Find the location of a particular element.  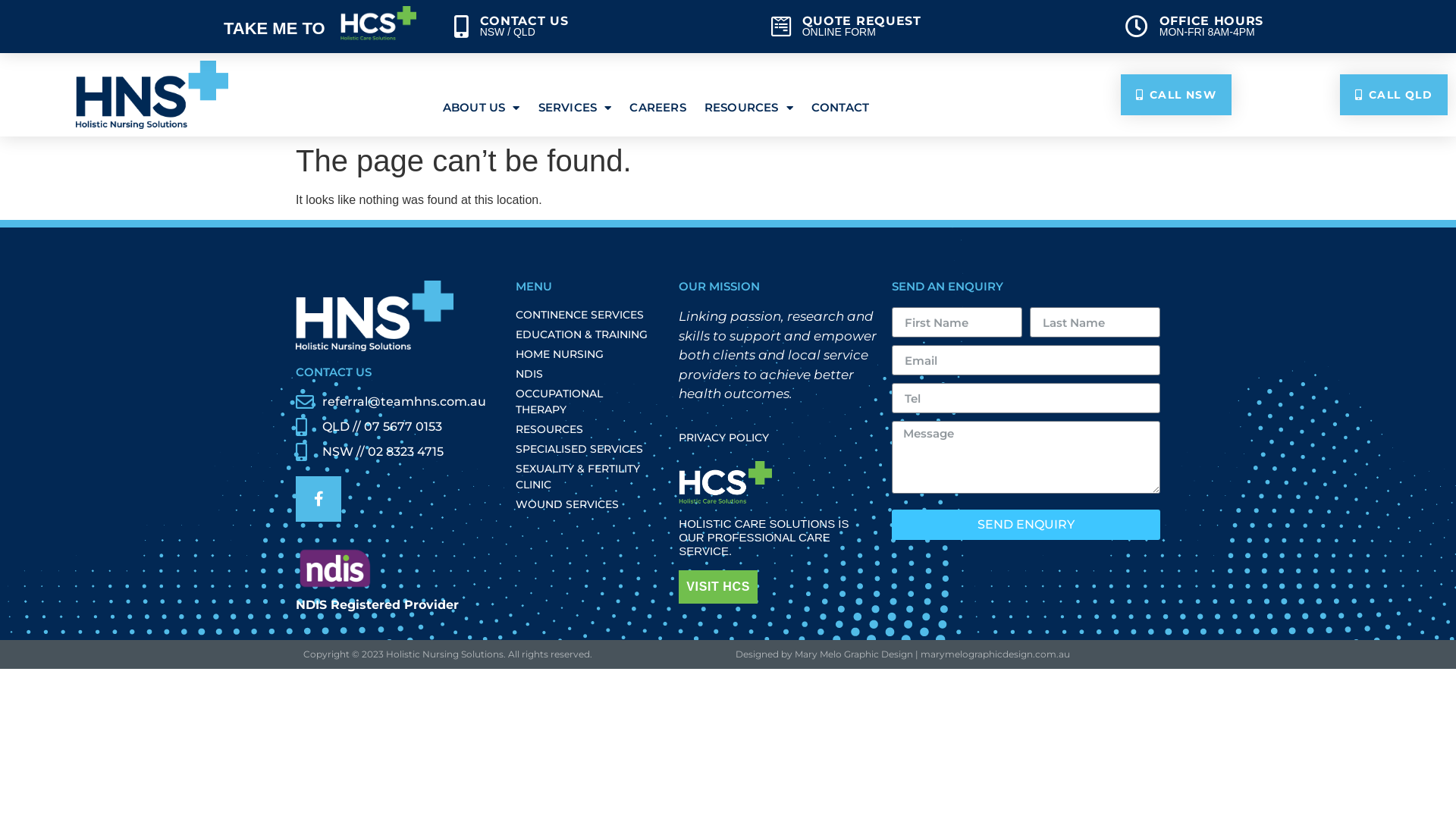

'referral@teamhns.com.au' is located at coordinates (394, 400).